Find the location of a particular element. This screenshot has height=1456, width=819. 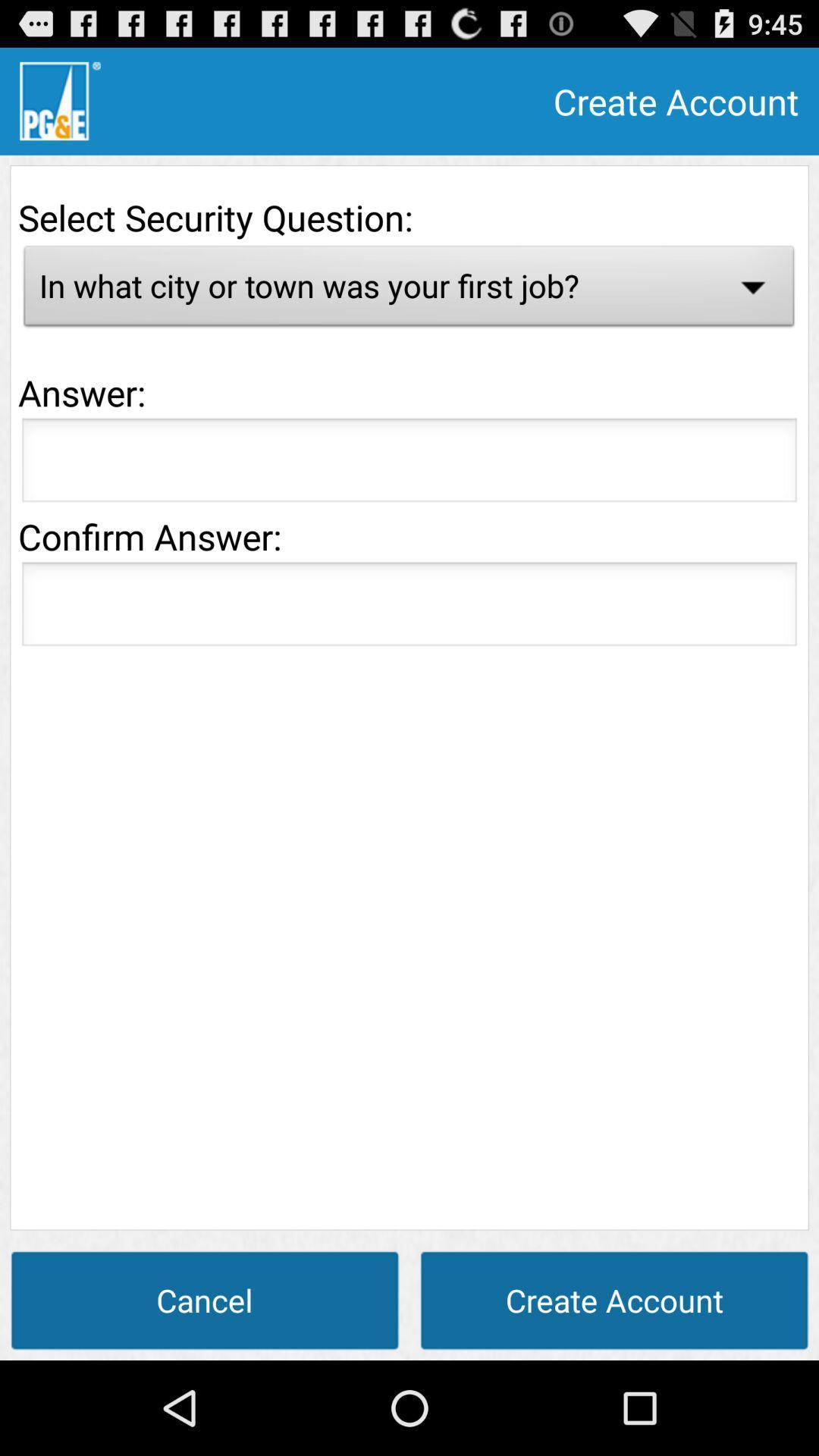

information is located at coordinates (409, 608).